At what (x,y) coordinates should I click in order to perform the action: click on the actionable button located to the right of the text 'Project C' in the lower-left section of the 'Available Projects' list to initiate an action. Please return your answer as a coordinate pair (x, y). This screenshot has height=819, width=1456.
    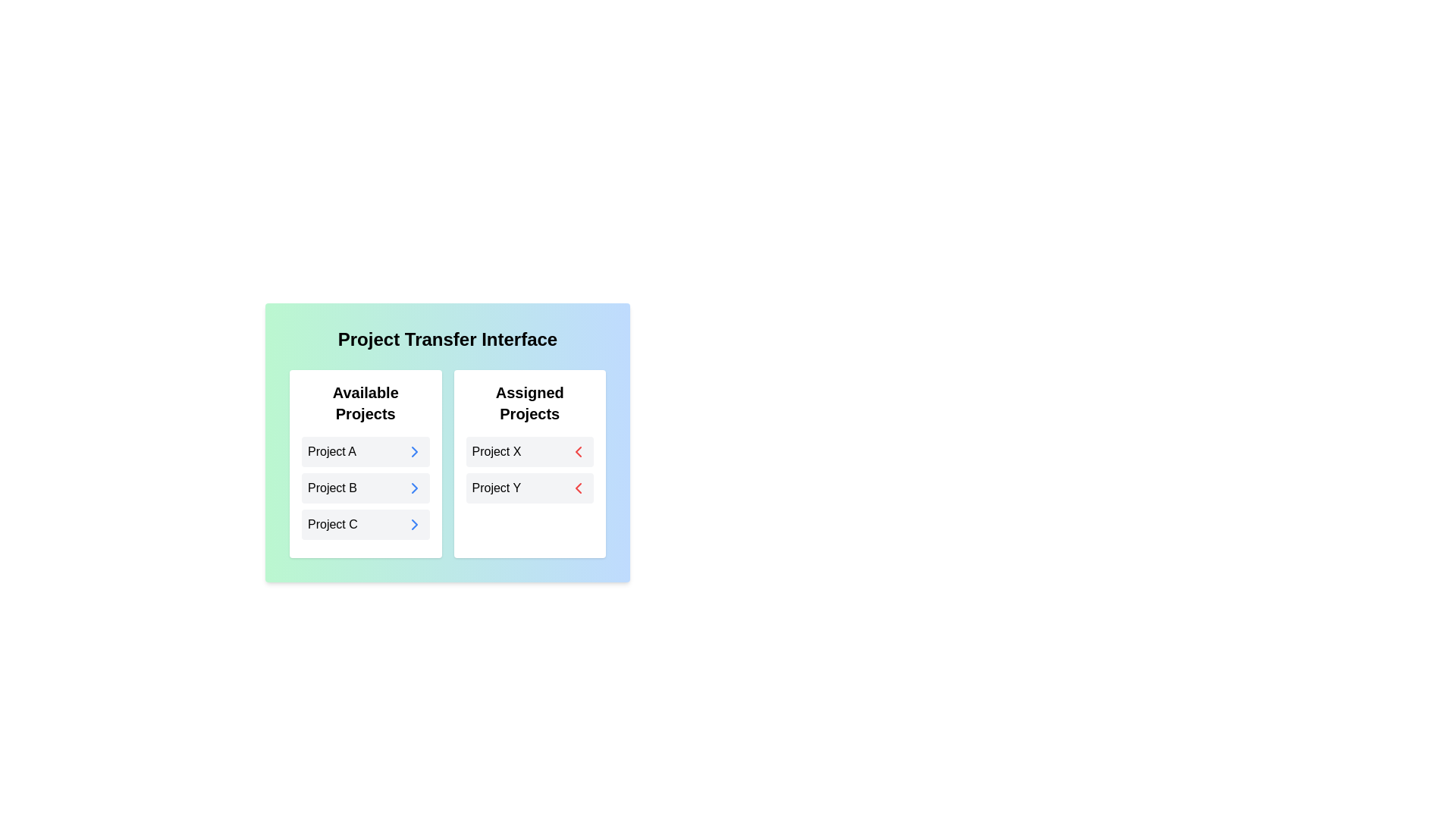
    Looking at the image, I should click on (414, 523).